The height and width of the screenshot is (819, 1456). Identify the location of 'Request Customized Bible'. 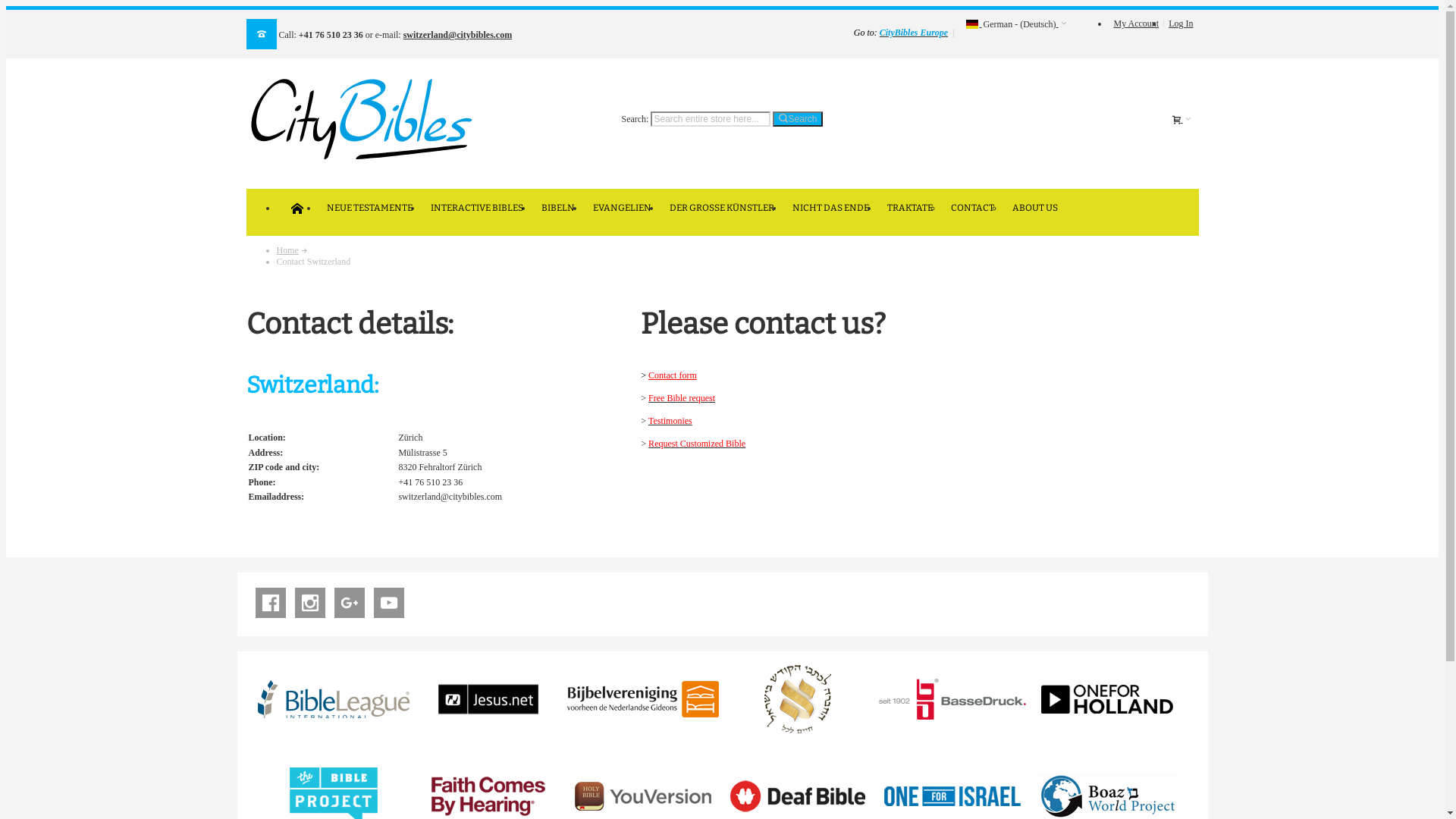
(695, 444).